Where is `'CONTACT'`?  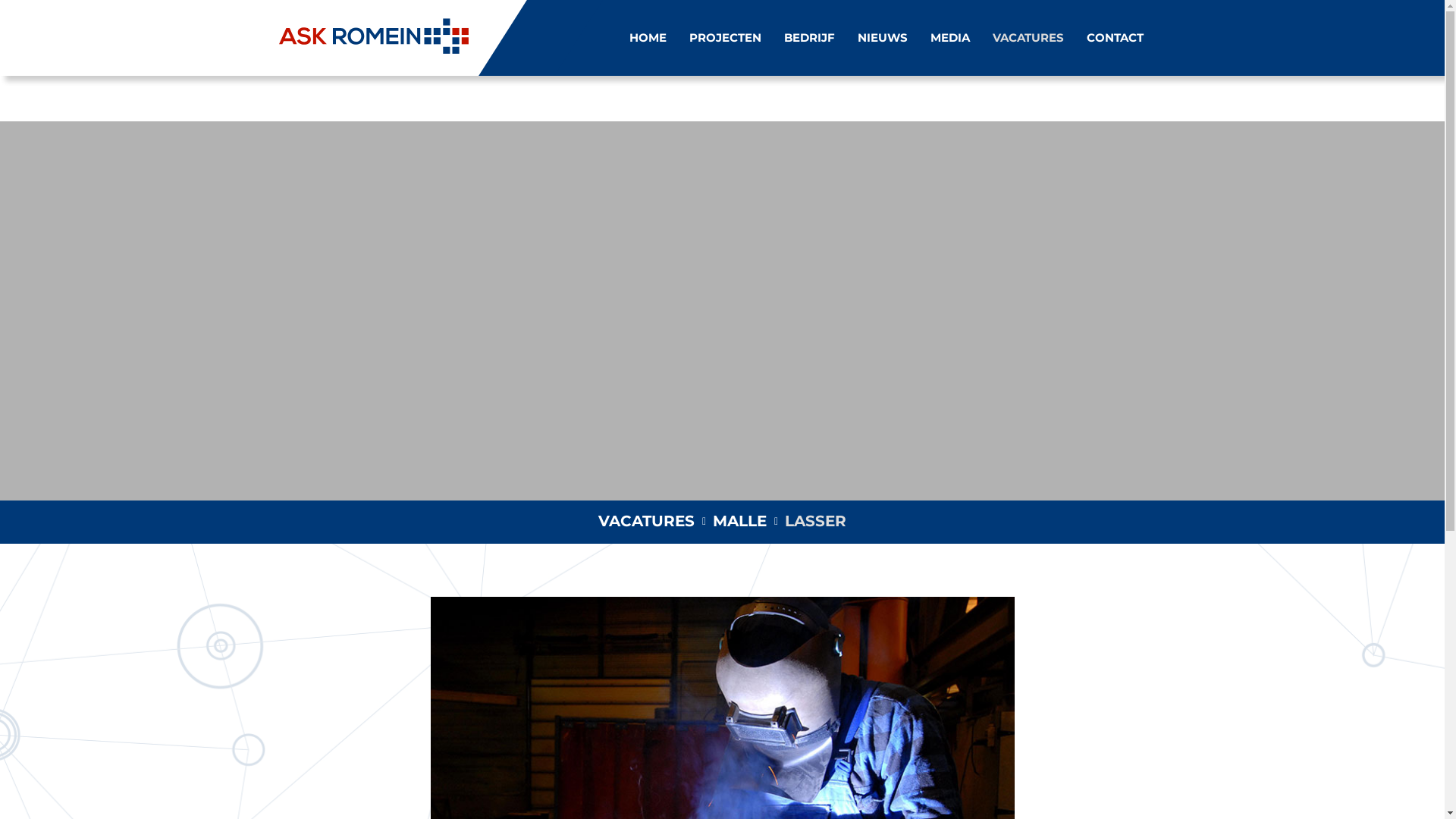
'CONTACT' is located at coordinates (1114, 37).